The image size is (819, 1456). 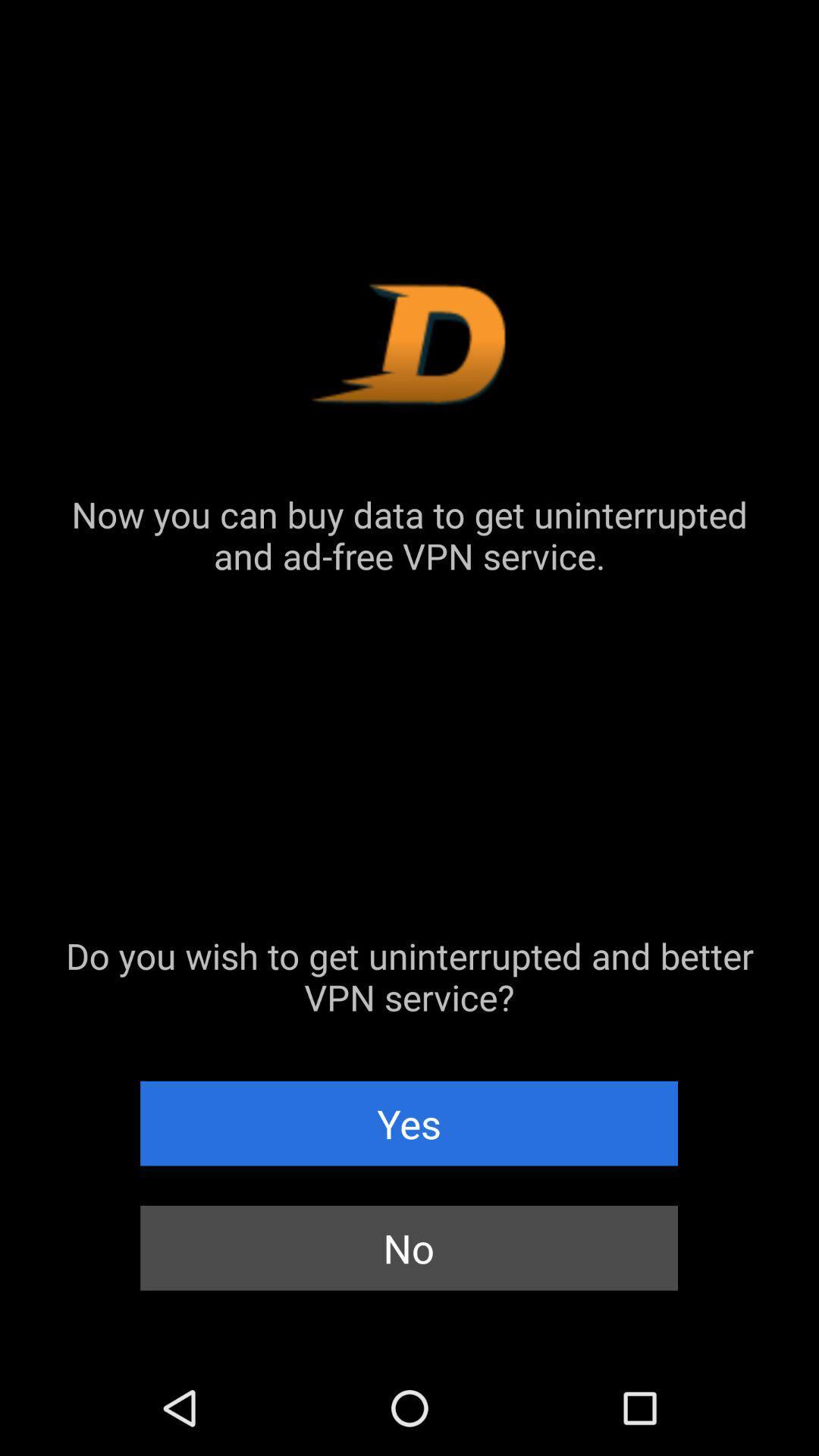 I want to click on the no, so click(x=408, y=1247).